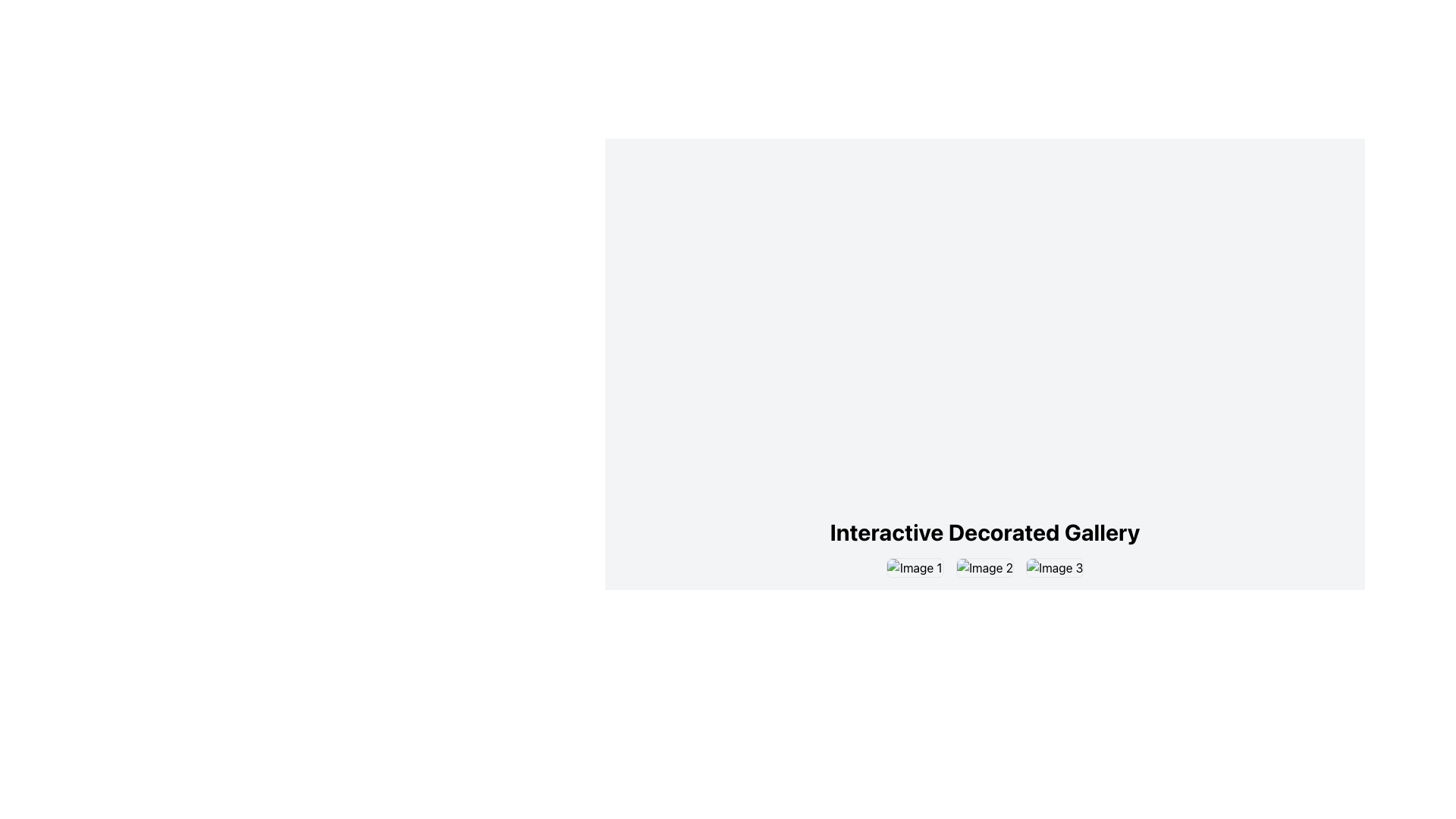 This screenshot has width=1456, height=819. What do you see at coordinates (1054, 567) in the screenshot?
I see `the third image in the gallery, labeled 'Image 3'` at bounding box center [1054, 567].